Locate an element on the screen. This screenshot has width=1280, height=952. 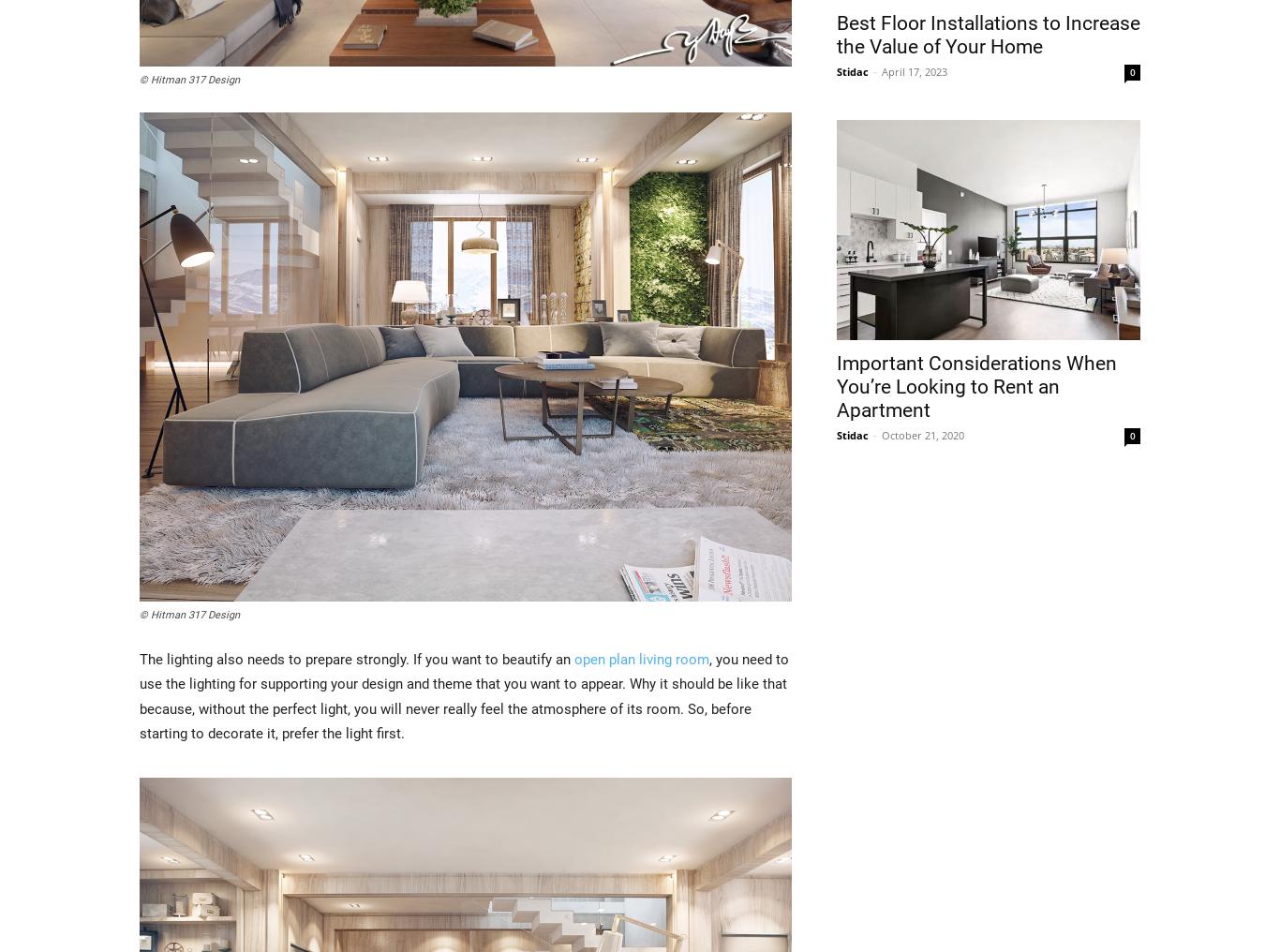
', you need to use the lighting for supporting your design and theme that you want to appear. Why it should be like that because, without the perfect light, you will never really feel the atmosphere of its room. So, before starting to decorate it, prefer the light first.' is located at coordinates (464, 696).